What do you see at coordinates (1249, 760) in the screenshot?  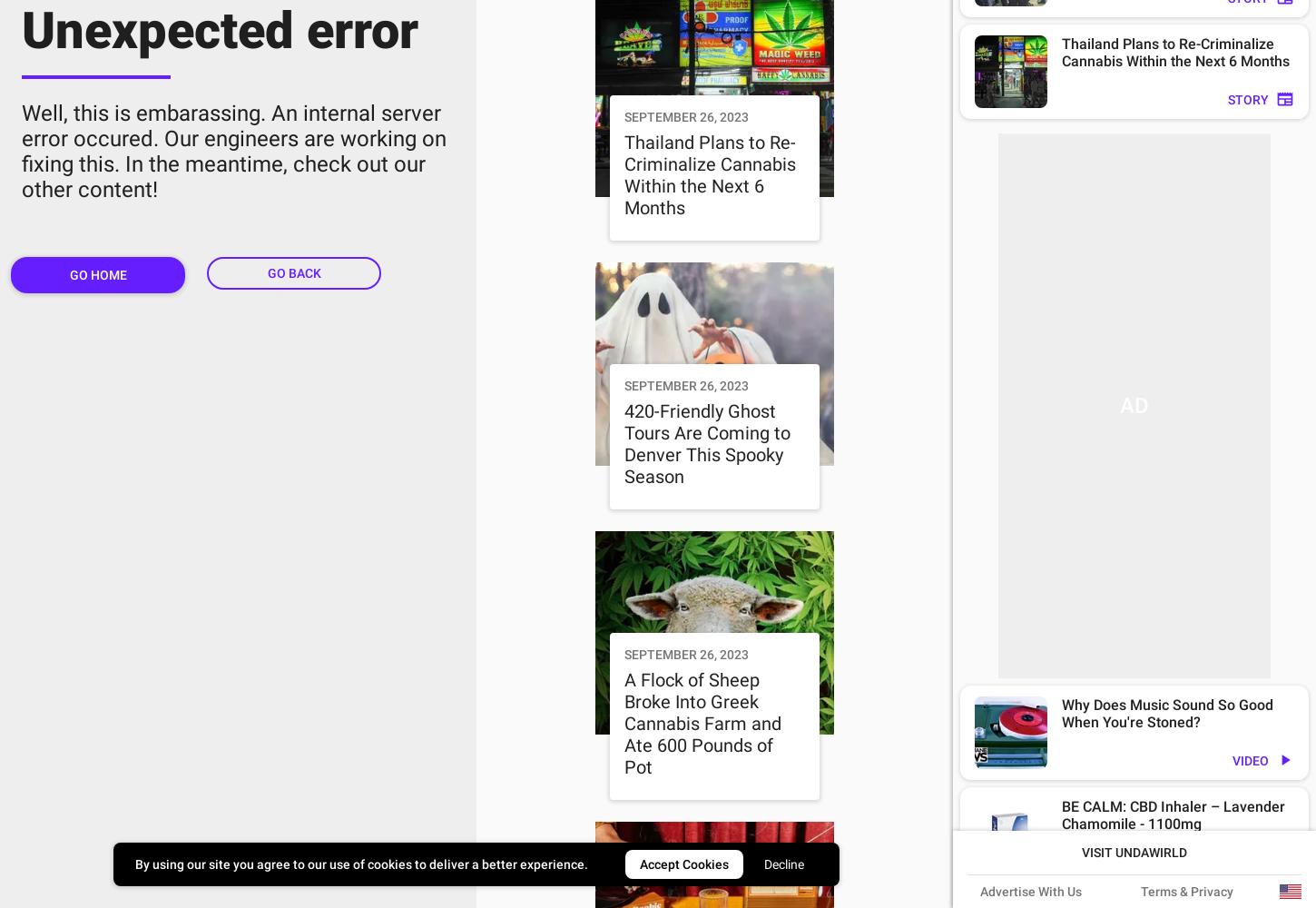 I see `'VIDEO'` at bounding box center [1249, 760].